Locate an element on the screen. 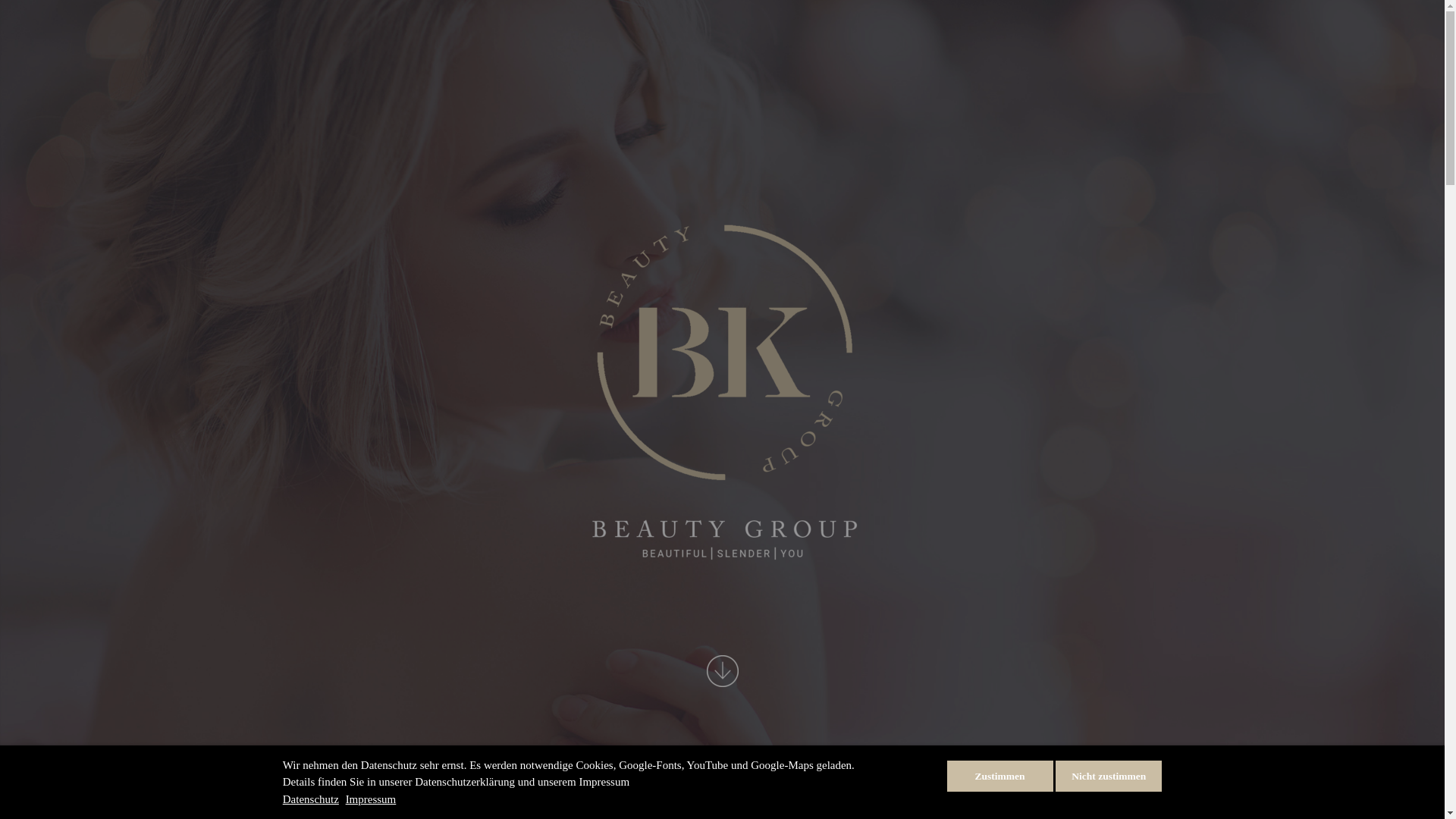  'Datenschutz' is located at coordinates (309, 798).